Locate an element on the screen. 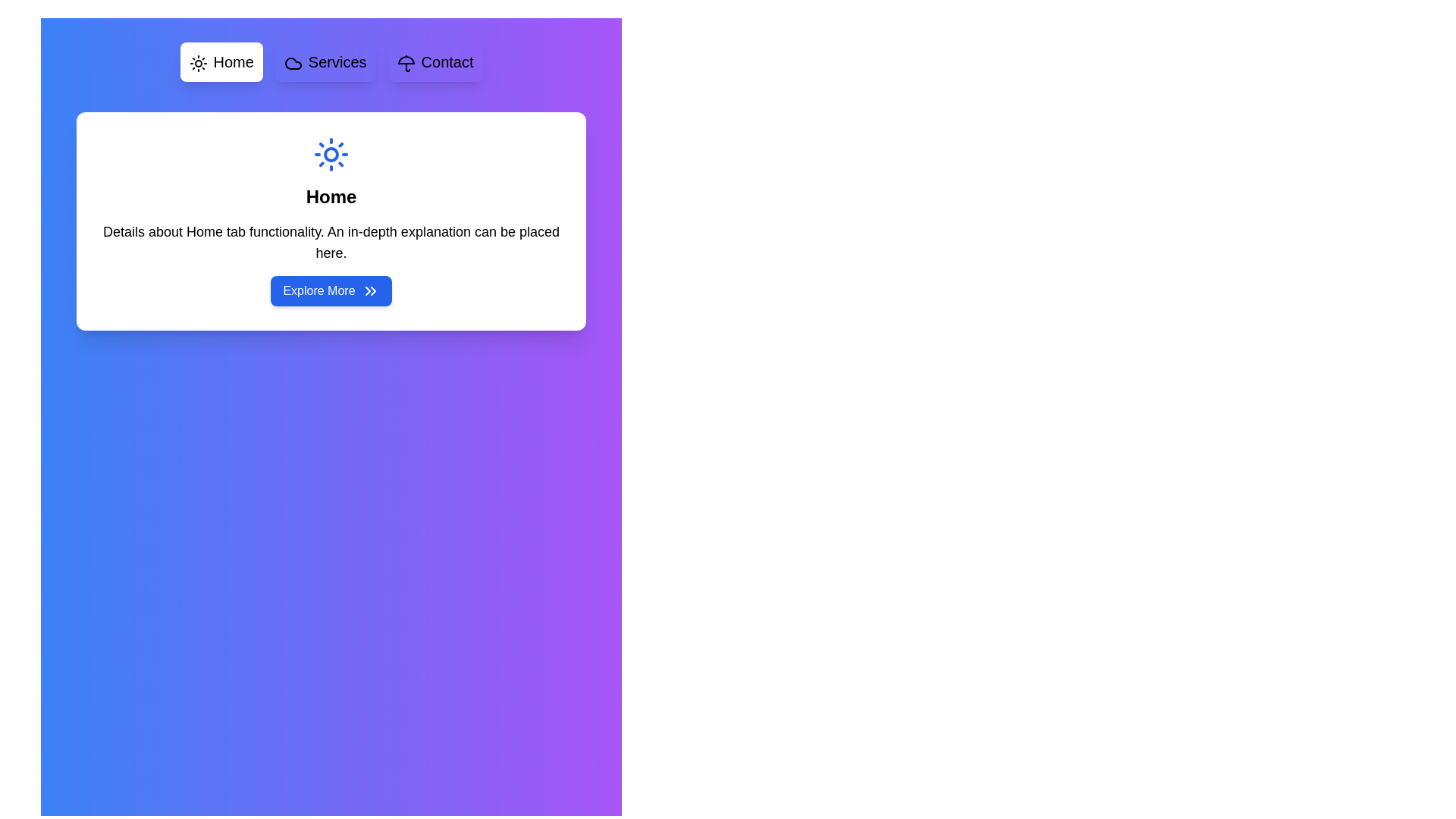 The image size is (1456, 819). the 'Contact' button that contains the icon representing the contact functionality, located in the top navigation bar towards the right is located at coordinates (406, 62).